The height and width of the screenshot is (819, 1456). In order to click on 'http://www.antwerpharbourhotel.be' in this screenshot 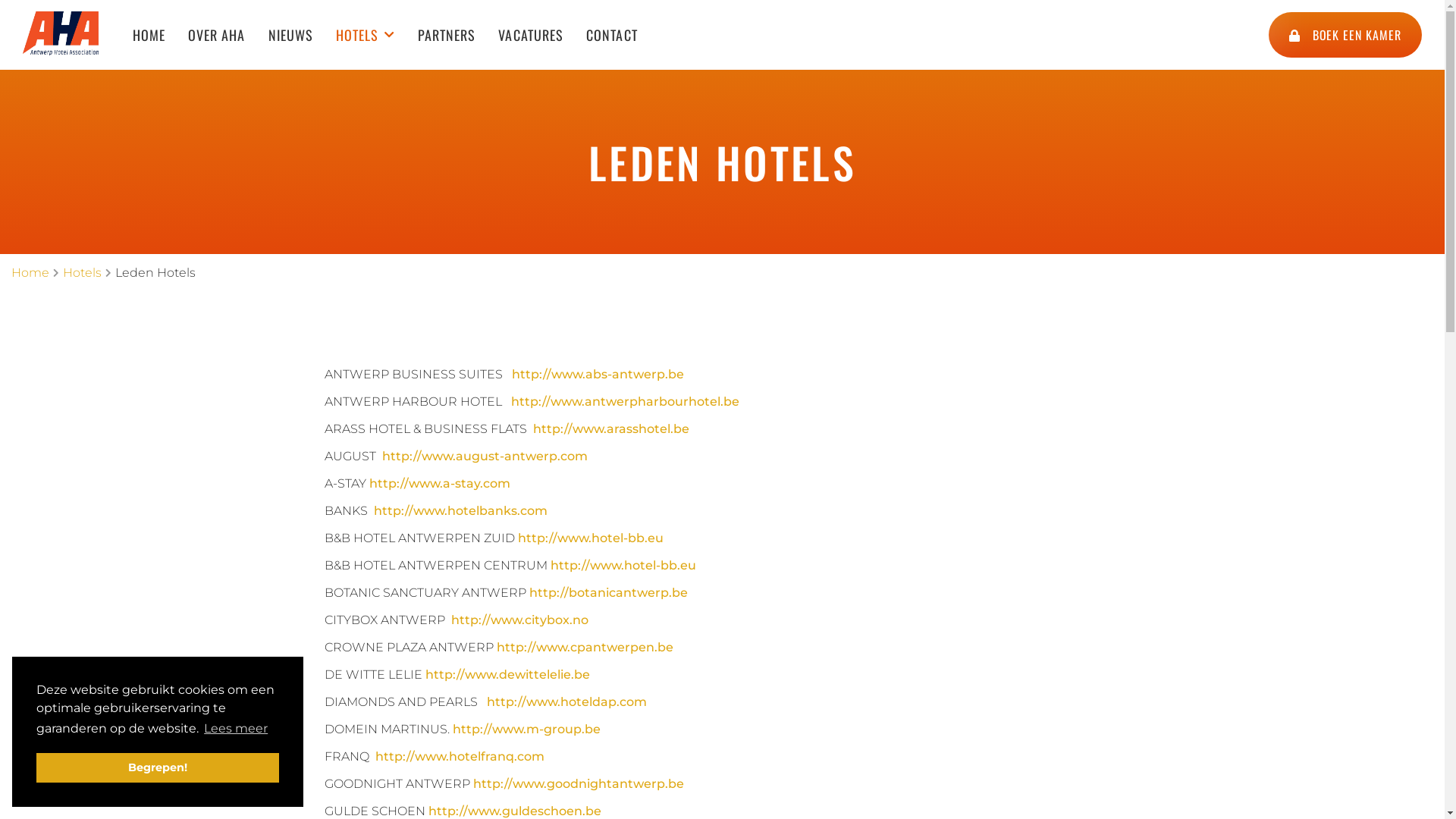, I will do `click(625, 400)`.